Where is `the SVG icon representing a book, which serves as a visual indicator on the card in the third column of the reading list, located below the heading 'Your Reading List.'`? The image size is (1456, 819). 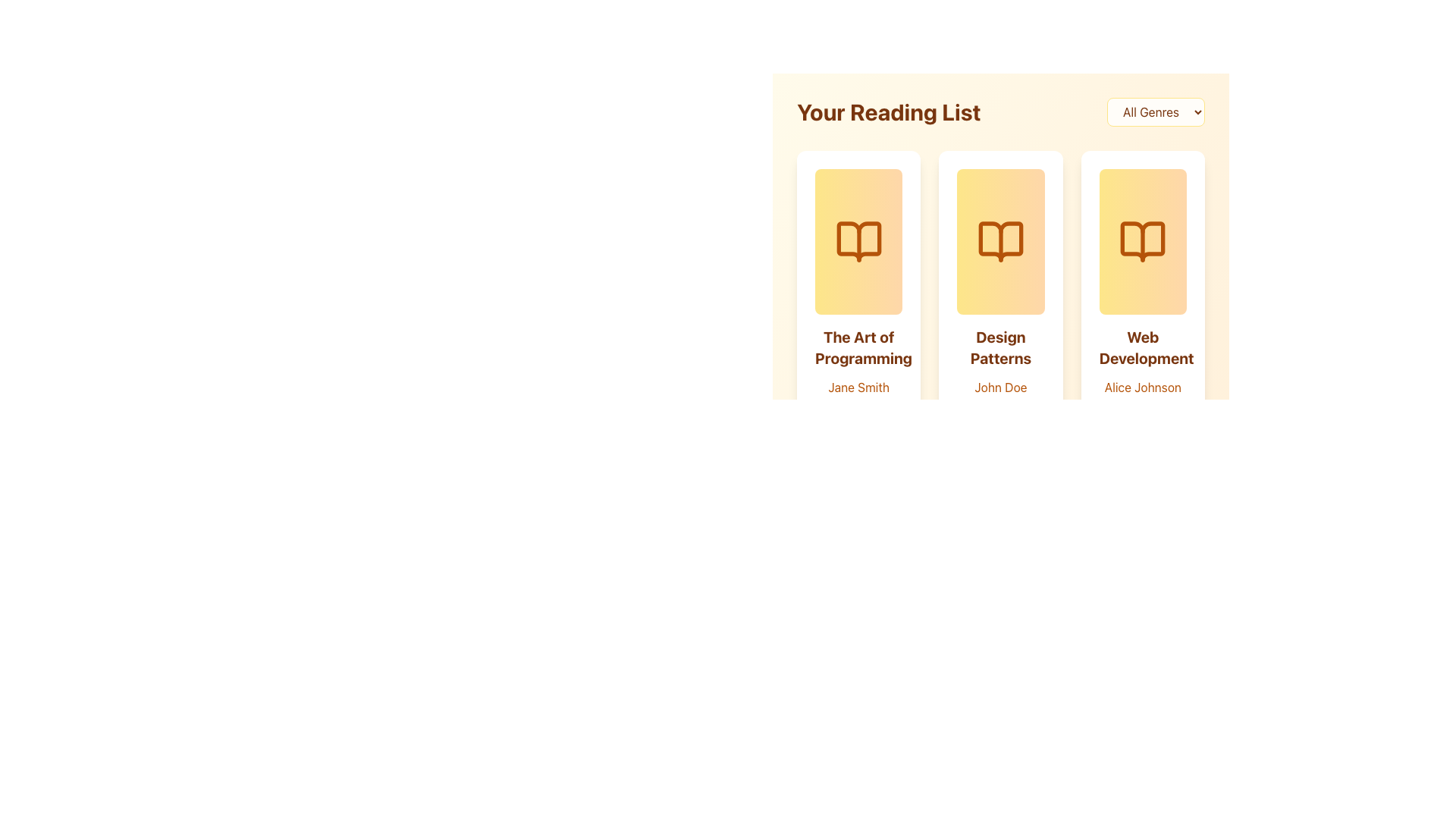 the SVG icon representing a book, which serves as a visual indicator on the card in the third column of the reading list, located below the heading 'Your Reading List.' is located at coordinates (1143, 241).